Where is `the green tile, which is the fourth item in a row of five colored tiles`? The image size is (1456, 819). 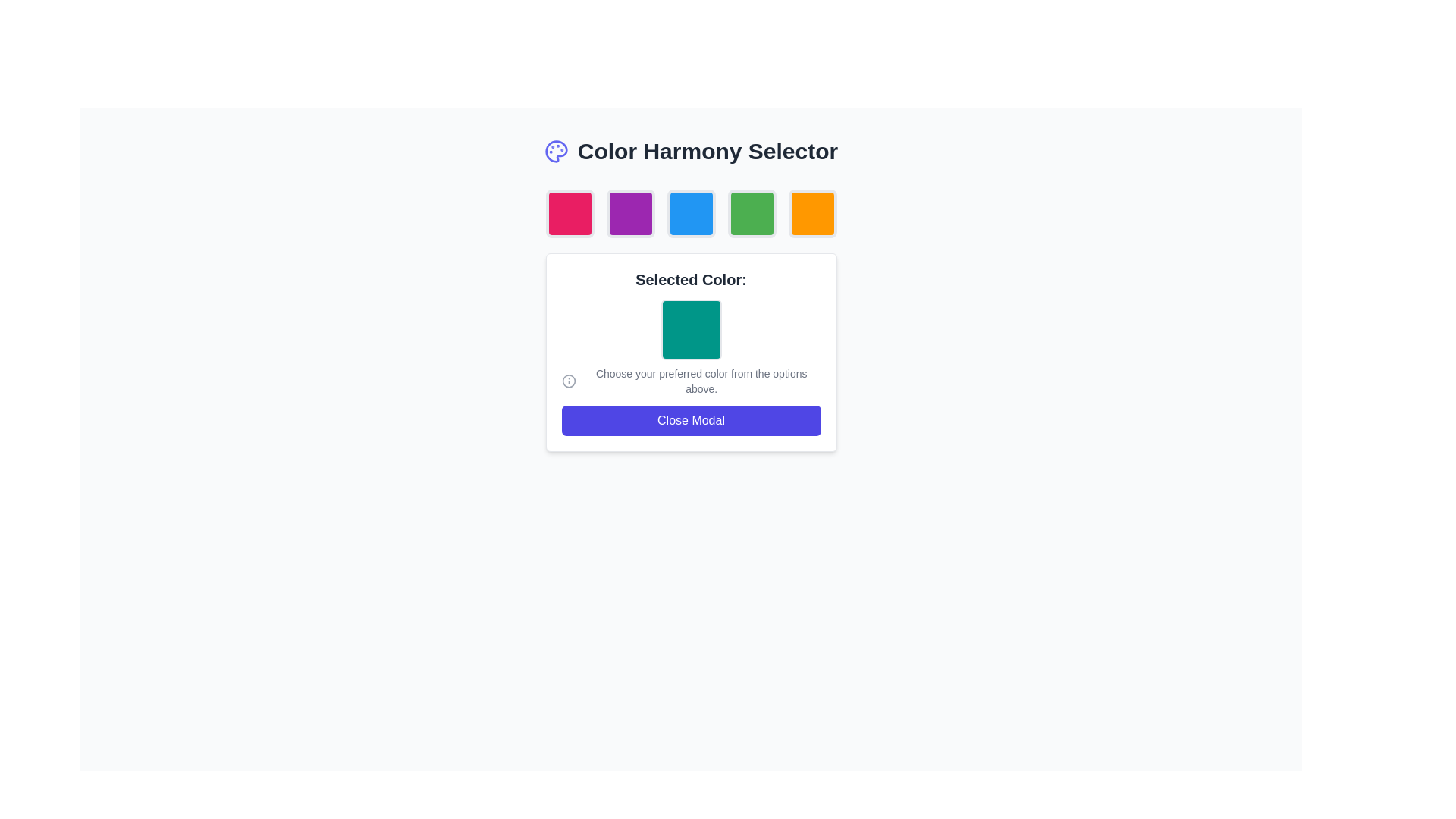 the green tile, which is the fourth item in a row of five colored tiles is located at coordinates (752, 213).